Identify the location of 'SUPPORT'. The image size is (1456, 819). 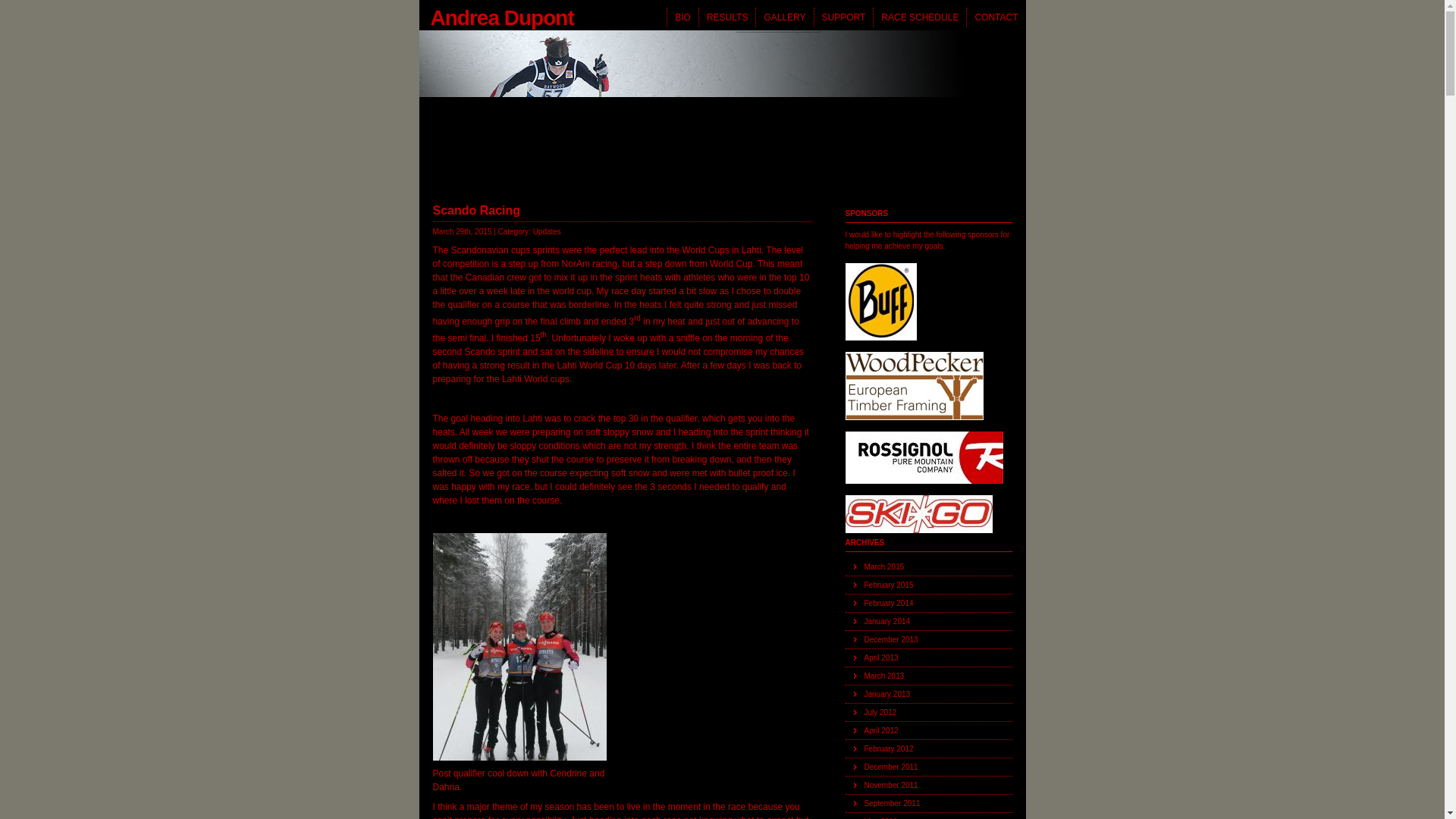
(843, 17).